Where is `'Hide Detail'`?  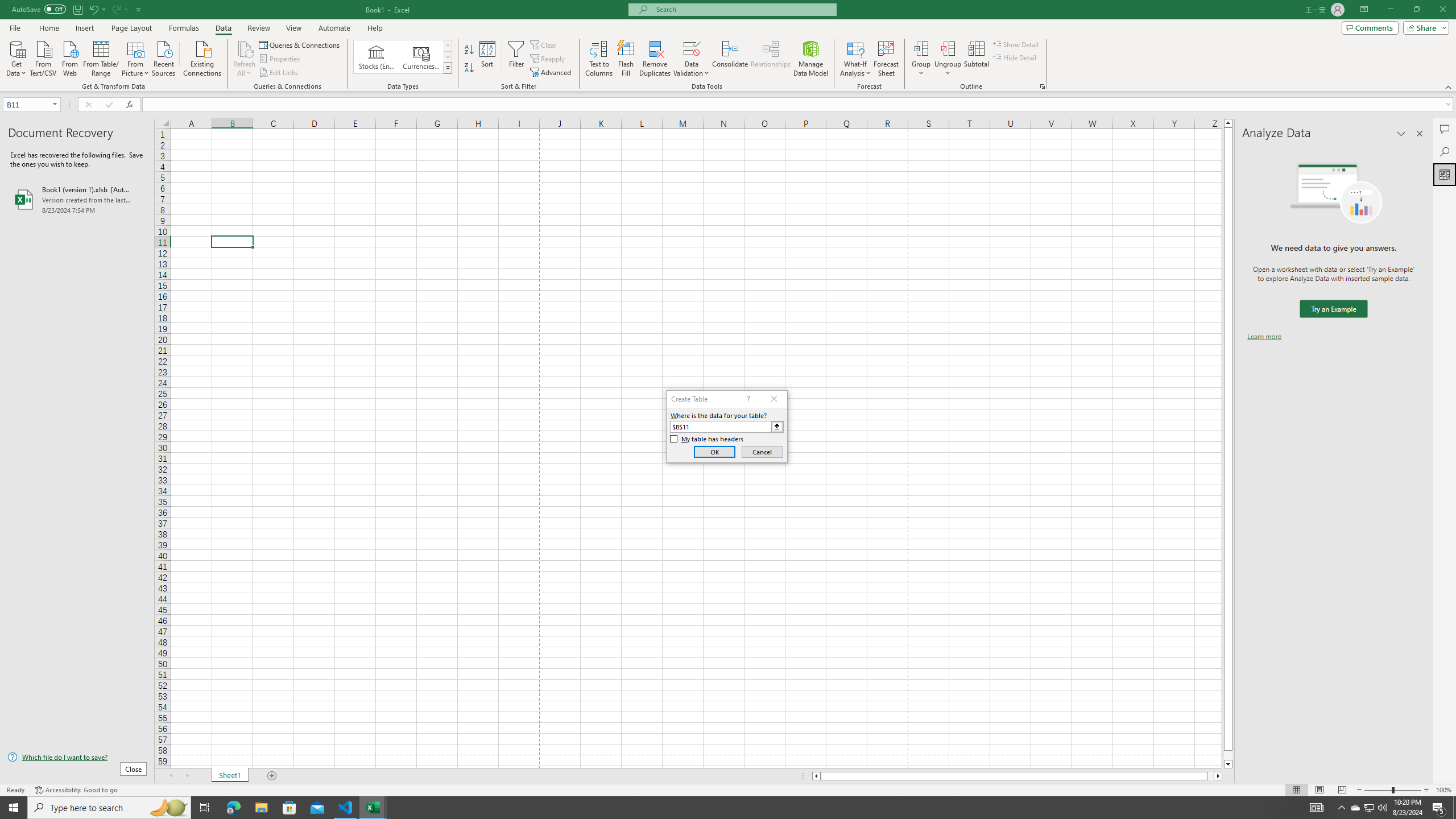
'Hide Detail' is located at coordinates (1015, 56).